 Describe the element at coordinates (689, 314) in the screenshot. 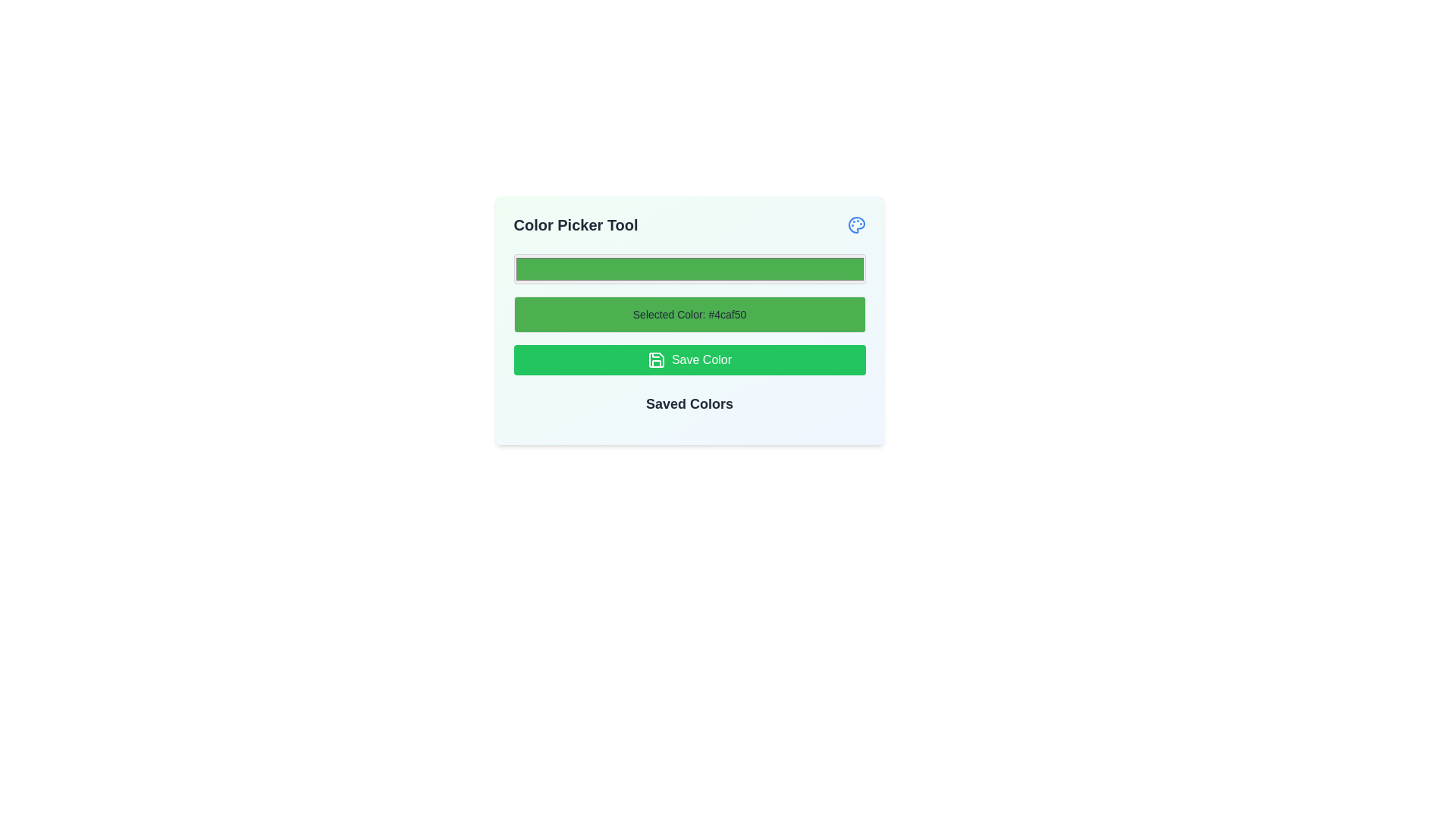

I see `the Static Display Box that visually represents the currently chosen color, located below the color input field and above the 'Save Color' button` at that location.